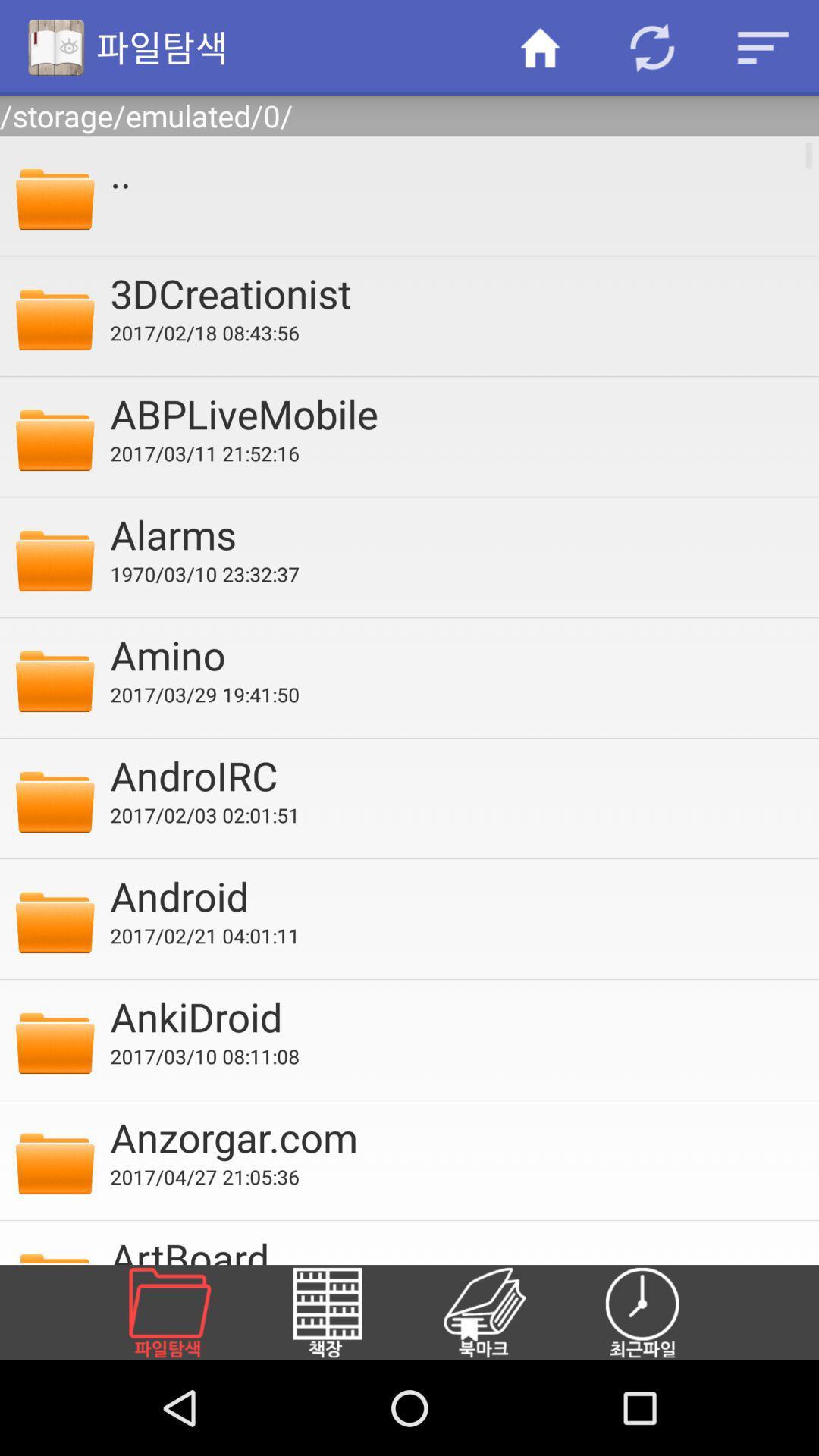  I want to click on the icon below the 2017 03 10 app, so click(453, 1137).